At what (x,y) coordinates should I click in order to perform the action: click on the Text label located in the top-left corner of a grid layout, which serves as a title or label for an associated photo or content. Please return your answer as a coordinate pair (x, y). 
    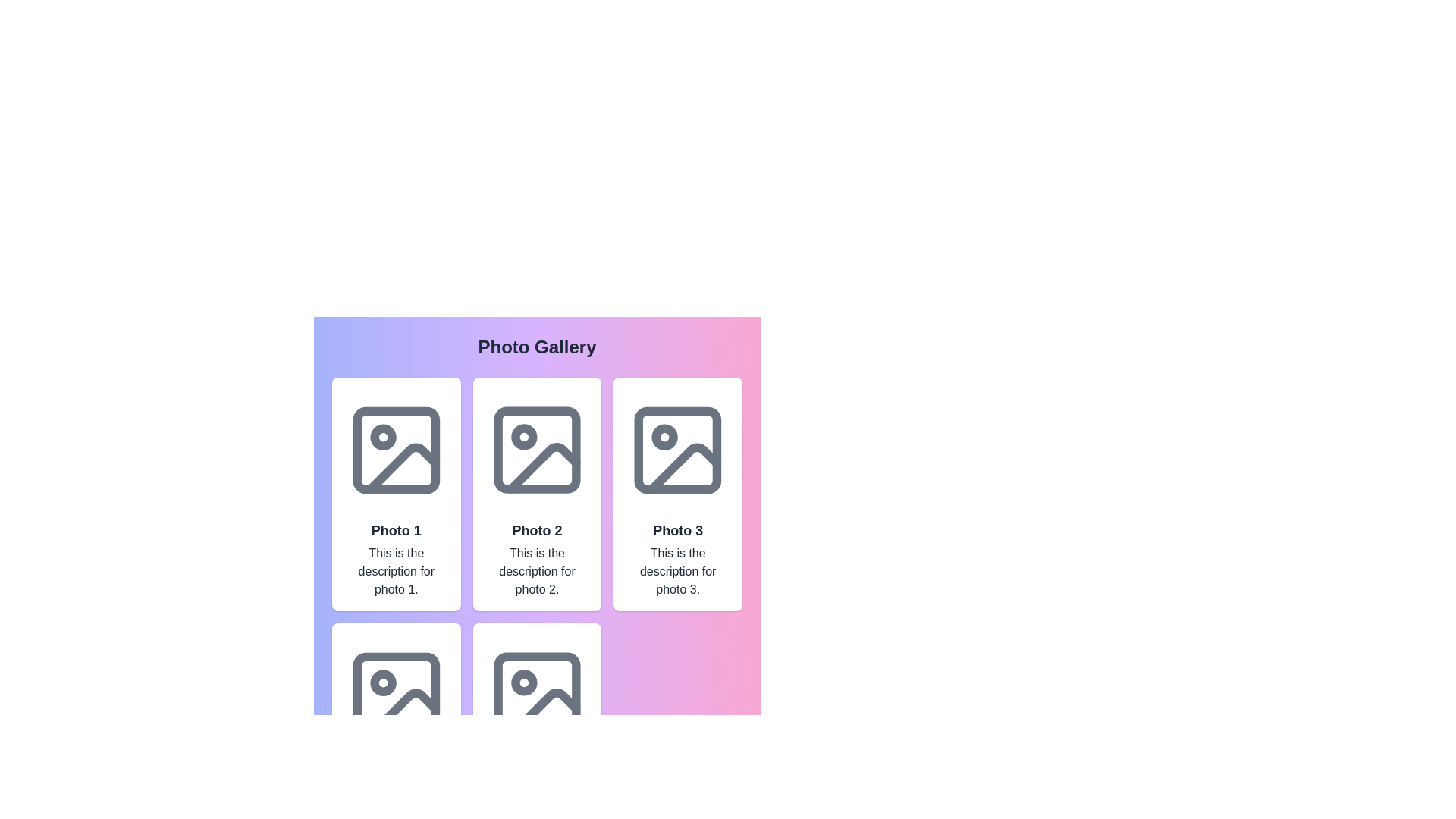
    Looking at the image, I should click on (396, 529).